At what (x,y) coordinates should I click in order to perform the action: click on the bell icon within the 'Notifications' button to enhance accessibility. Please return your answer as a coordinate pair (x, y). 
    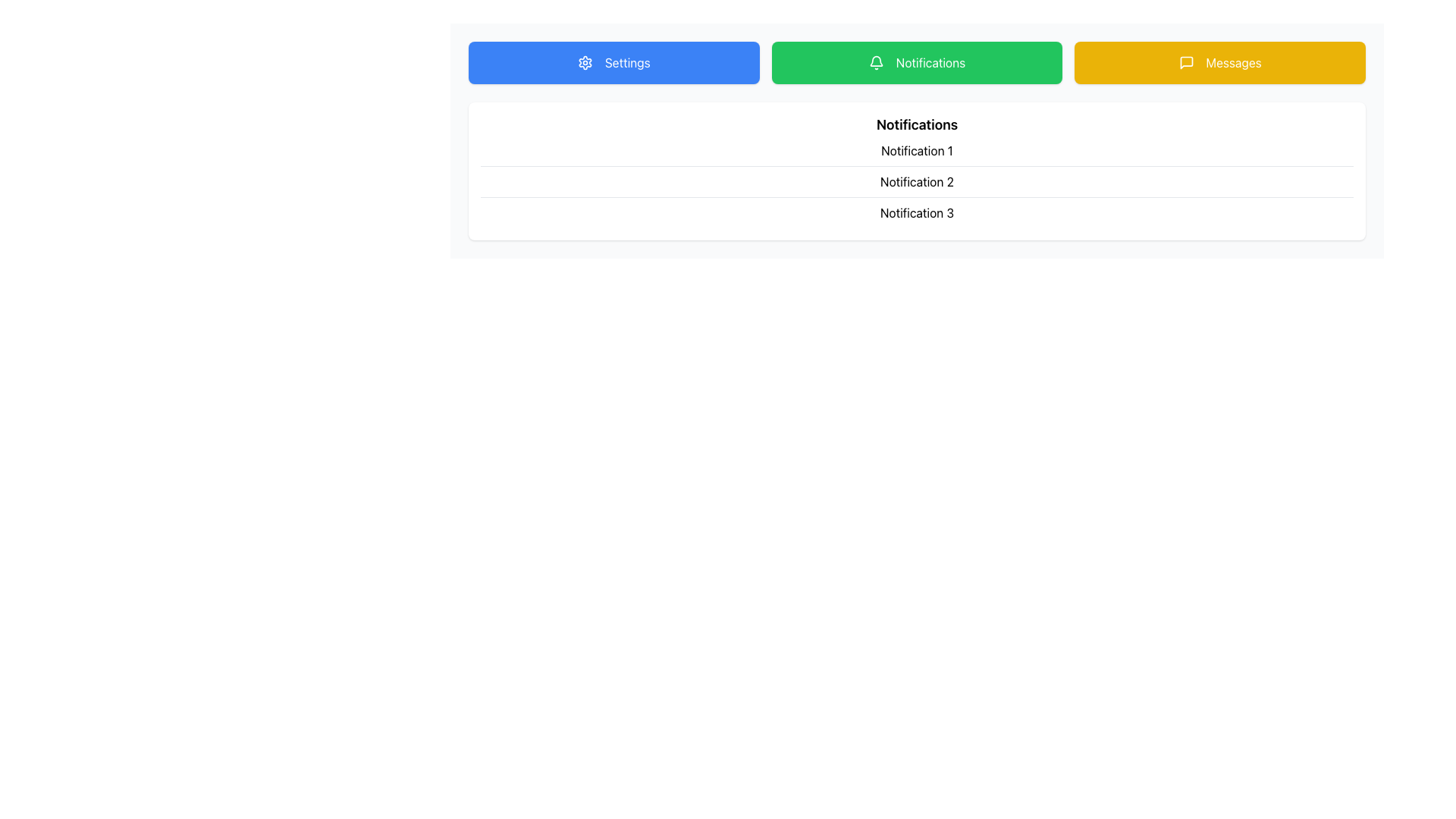
    Looking at the image, I should click on (876, 62).